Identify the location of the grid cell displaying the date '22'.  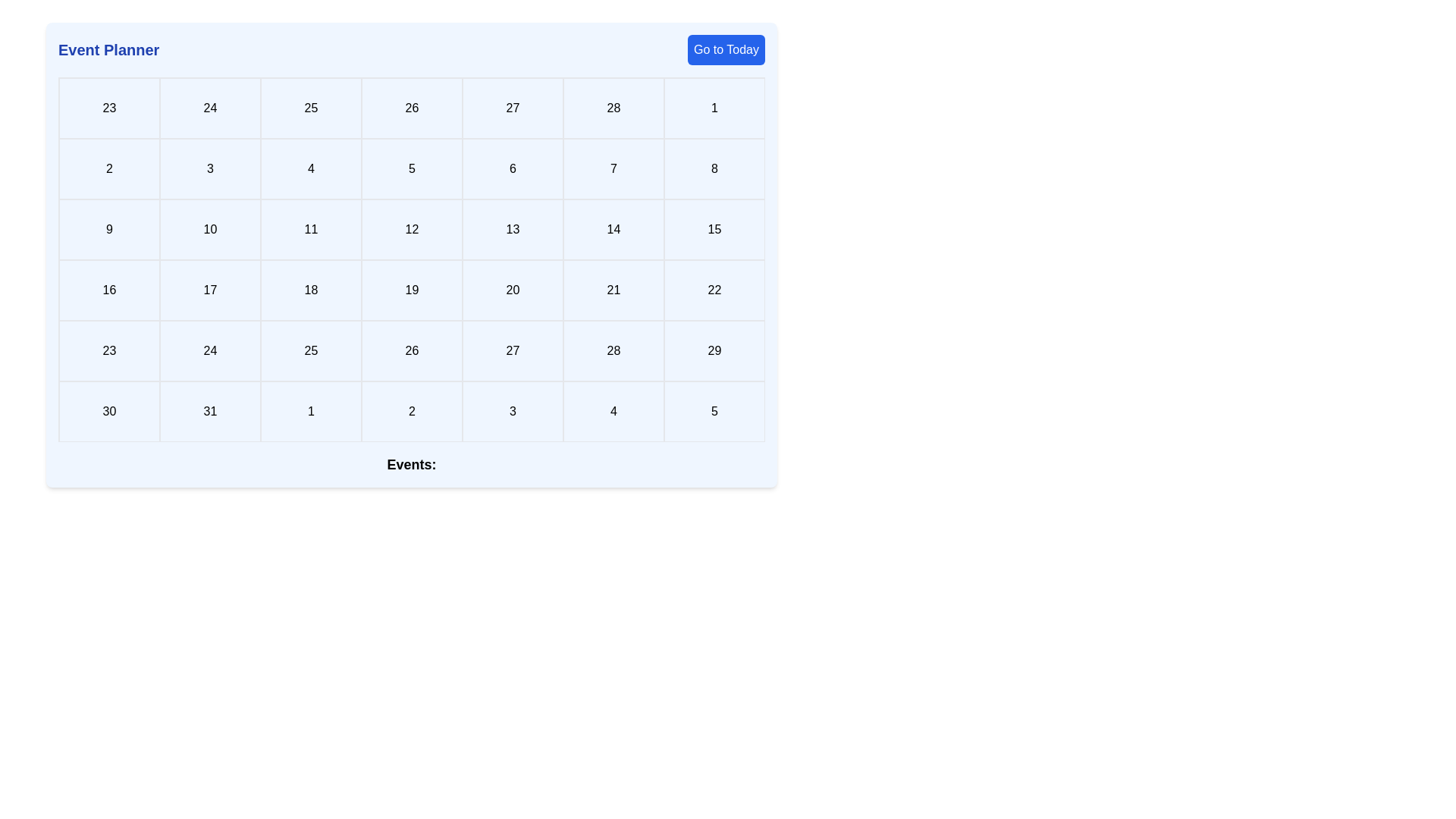
(714, 290).